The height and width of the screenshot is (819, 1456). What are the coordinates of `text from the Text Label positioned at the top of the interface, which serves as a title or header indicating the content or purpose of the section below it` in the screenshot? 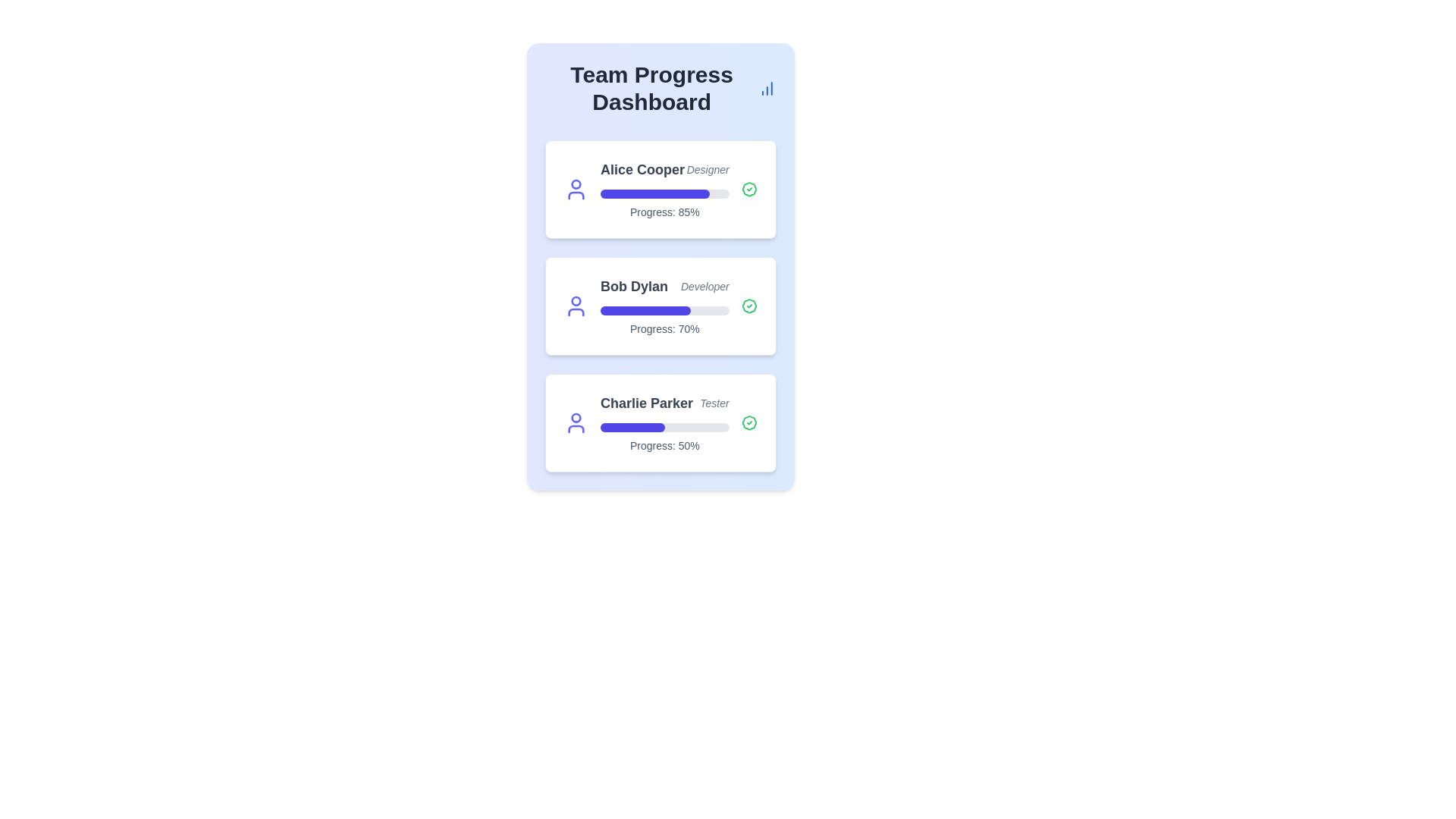 It's located at (651, 88).